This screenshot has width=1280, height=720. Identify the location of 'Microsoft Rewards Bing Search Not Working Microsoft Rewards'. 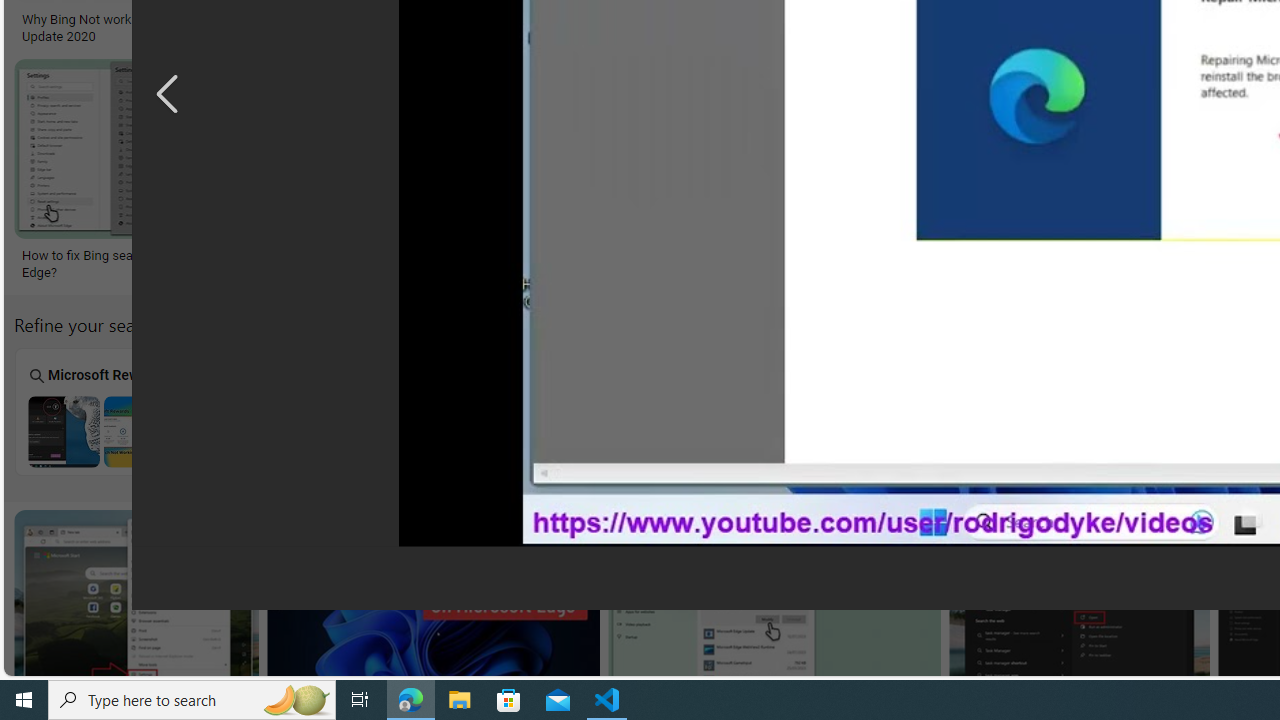
(100, 410).